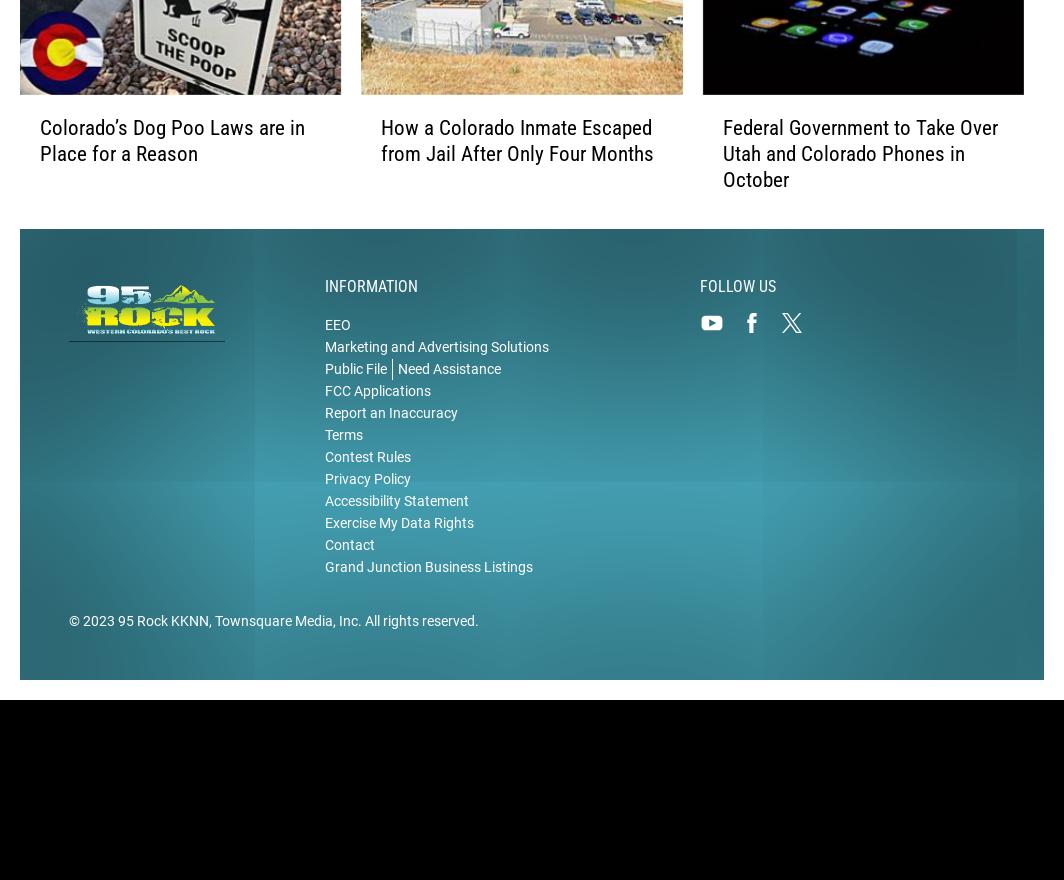  Describe the element at coordinates (517, 142) in the screenshot. I see `'How a Colorado Inmate Escaped from Jail After Only Four Months'` at that location.